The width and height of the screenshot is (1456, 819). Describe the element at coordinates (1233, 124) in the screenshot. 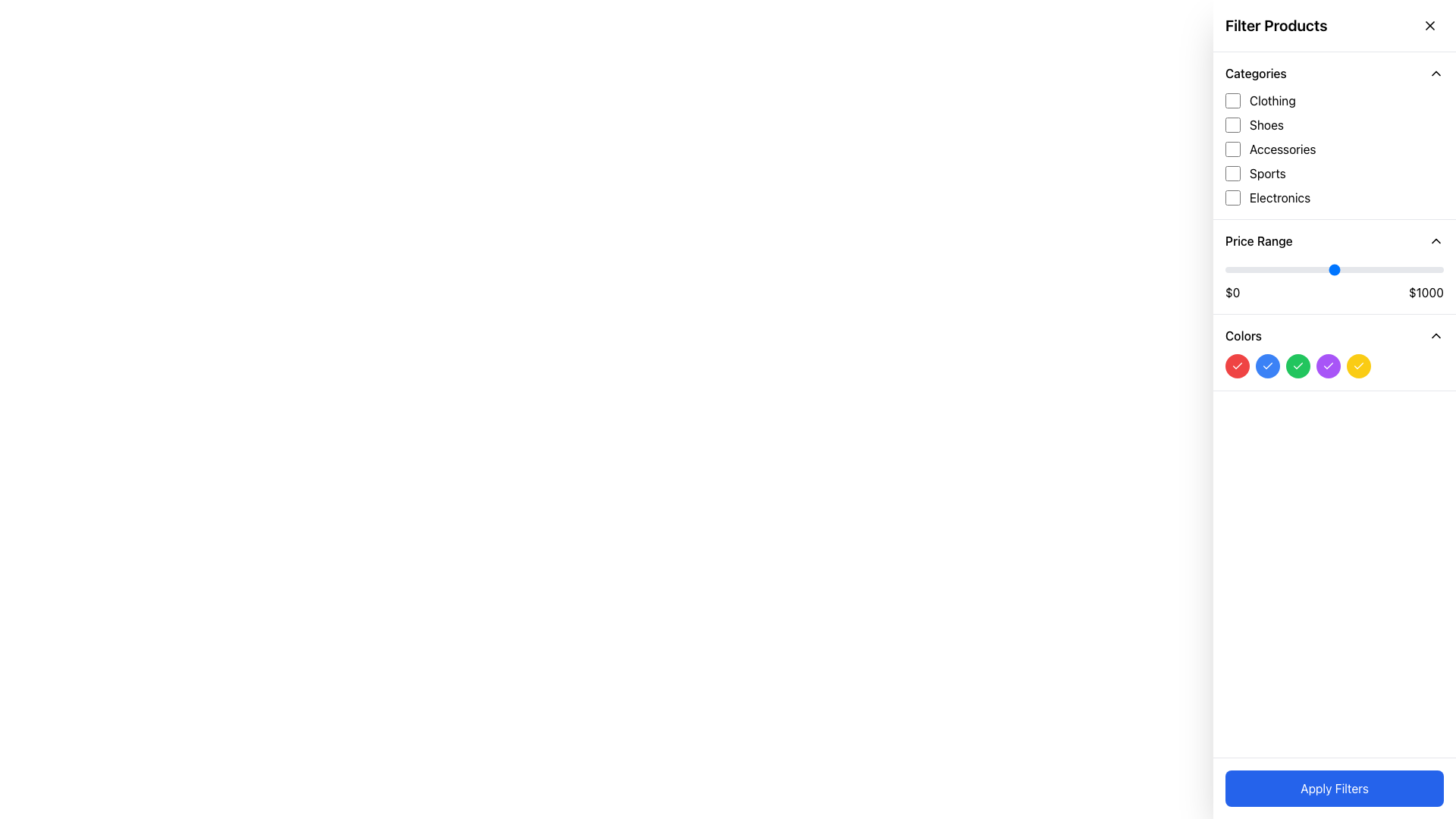

I see `the checkbox for the 'Shoes' category` at that location.